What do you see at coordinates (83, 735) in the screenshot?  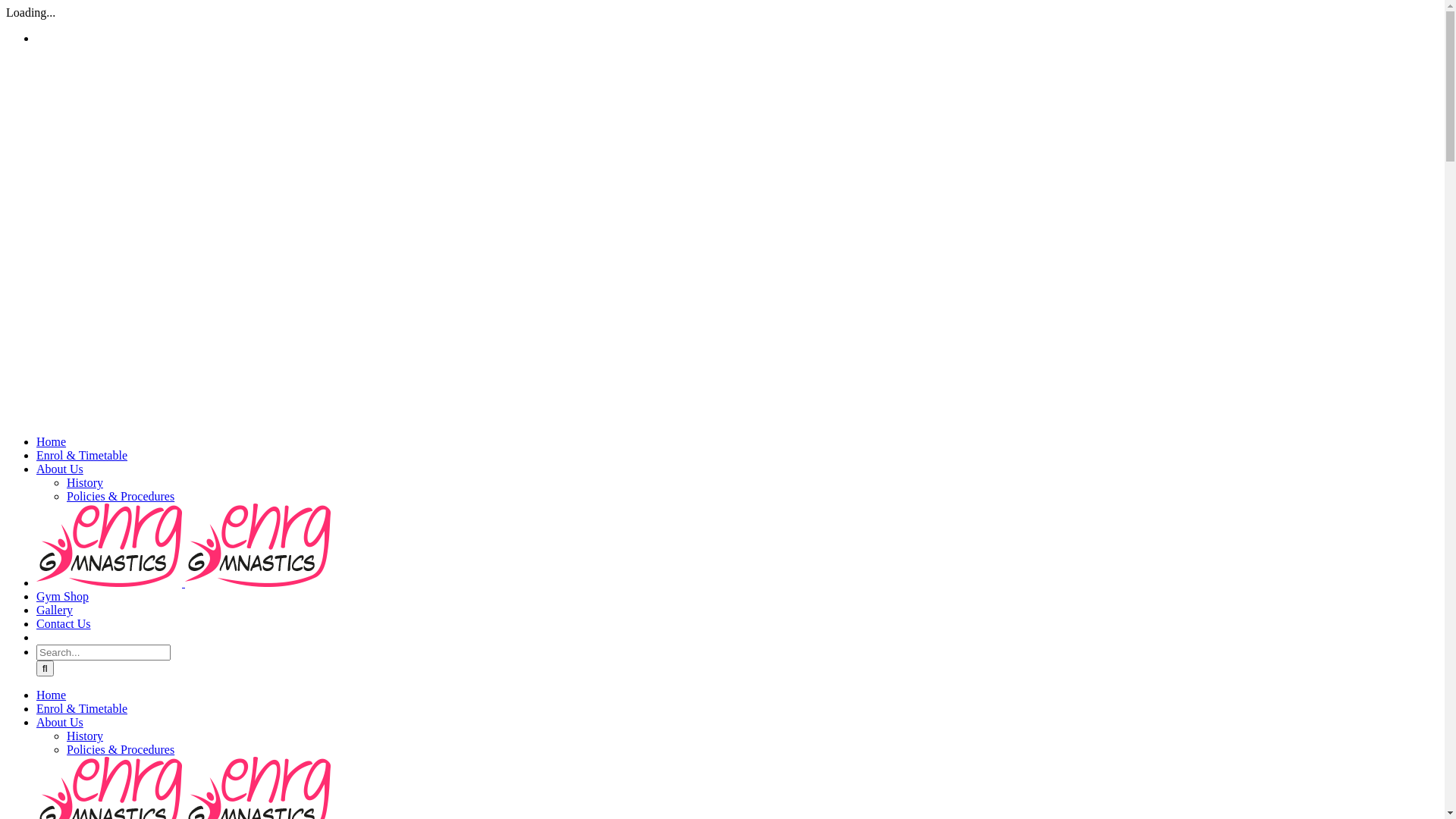 I see `'History'` at bounding box center [83, 735].